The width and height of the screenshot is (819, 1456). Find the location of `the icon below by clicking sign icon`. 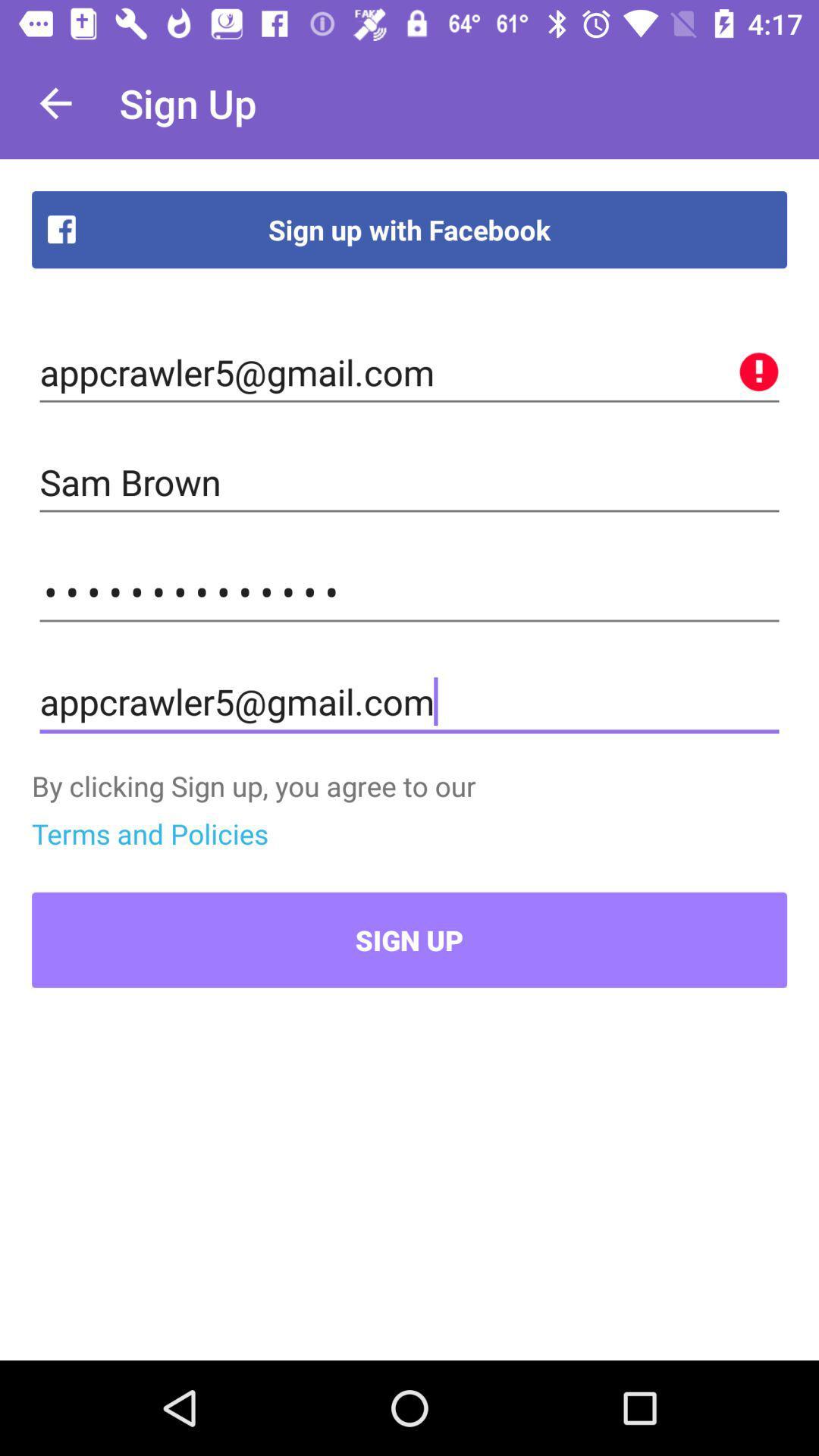

the icon below by clicking sign icon is located at coordinates (149, 833).